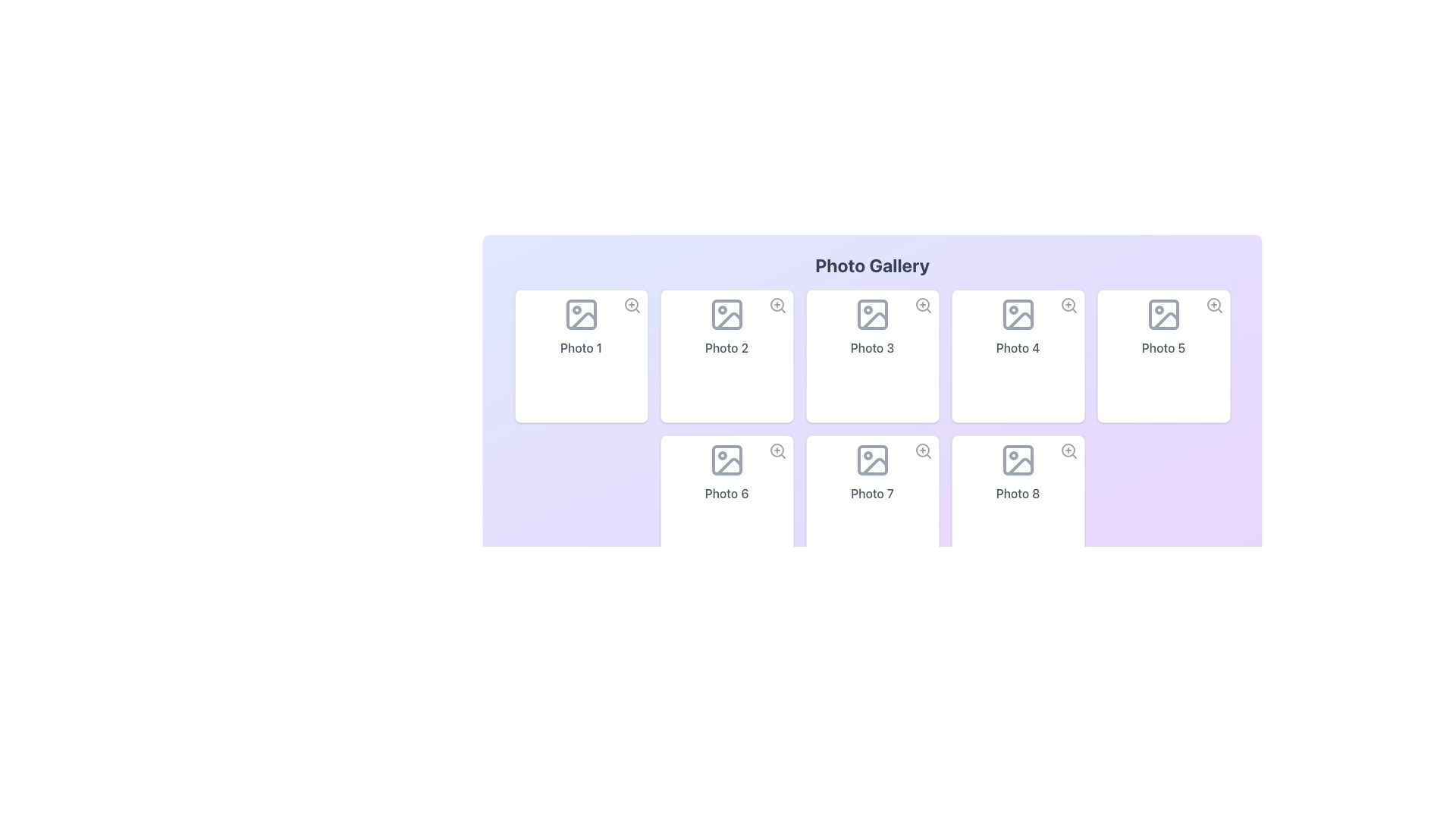 The width and height of the screenshot is (1456, 819). Describe the element at coordinates (726, 494) in the screenshot. I see `the text label that reads 'Photo 6', which is styled in gray and located at the bottom of a card in a grid layout` at that location.